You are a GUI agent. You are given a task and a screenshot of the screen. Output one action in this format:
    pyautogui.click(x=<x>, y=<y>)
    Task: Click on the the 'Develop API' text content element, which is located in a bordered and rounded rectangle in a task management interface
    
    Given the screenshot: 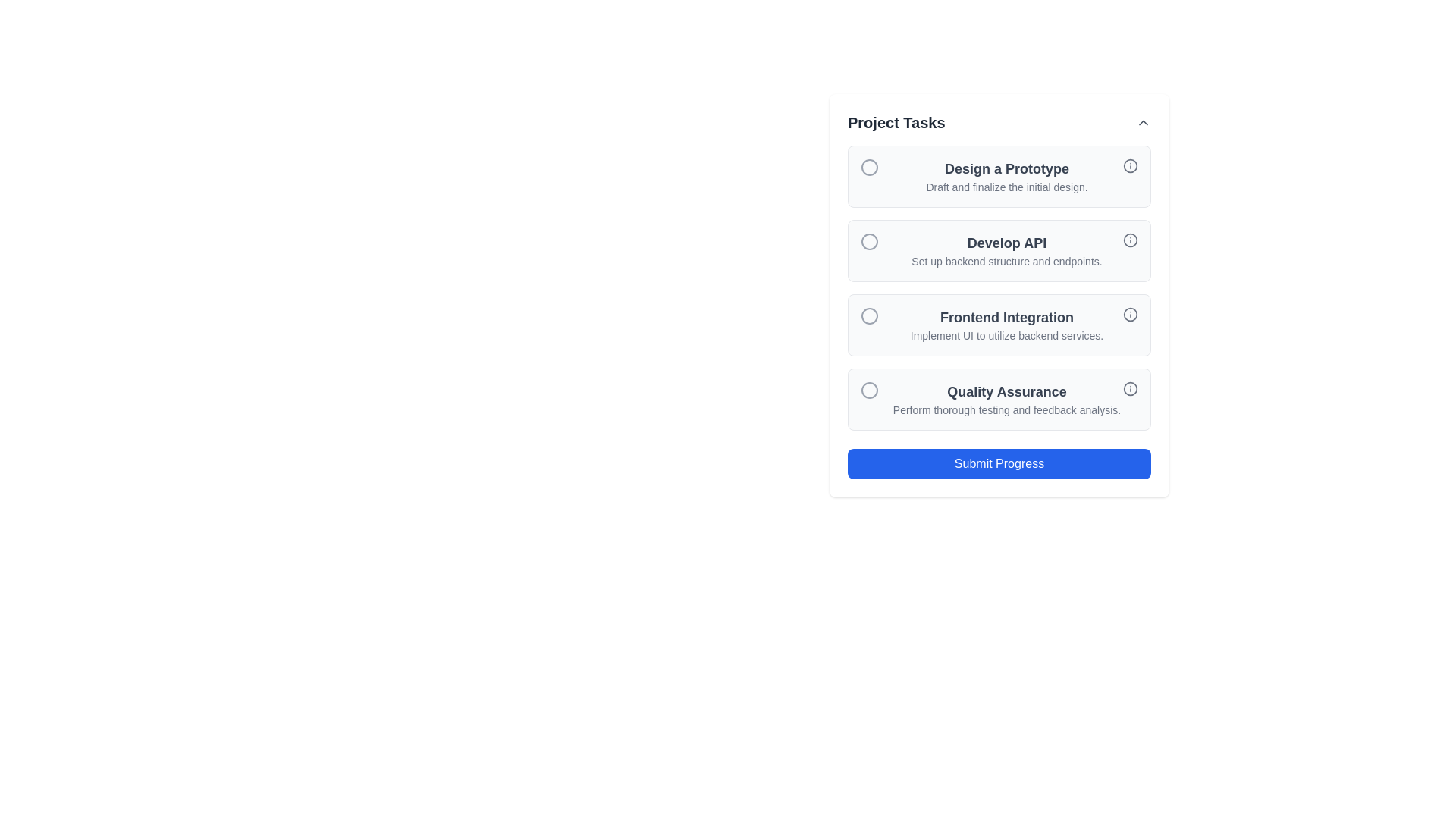 What is the action you would take?
    pyautogui.click(x=1007, y=250)
    